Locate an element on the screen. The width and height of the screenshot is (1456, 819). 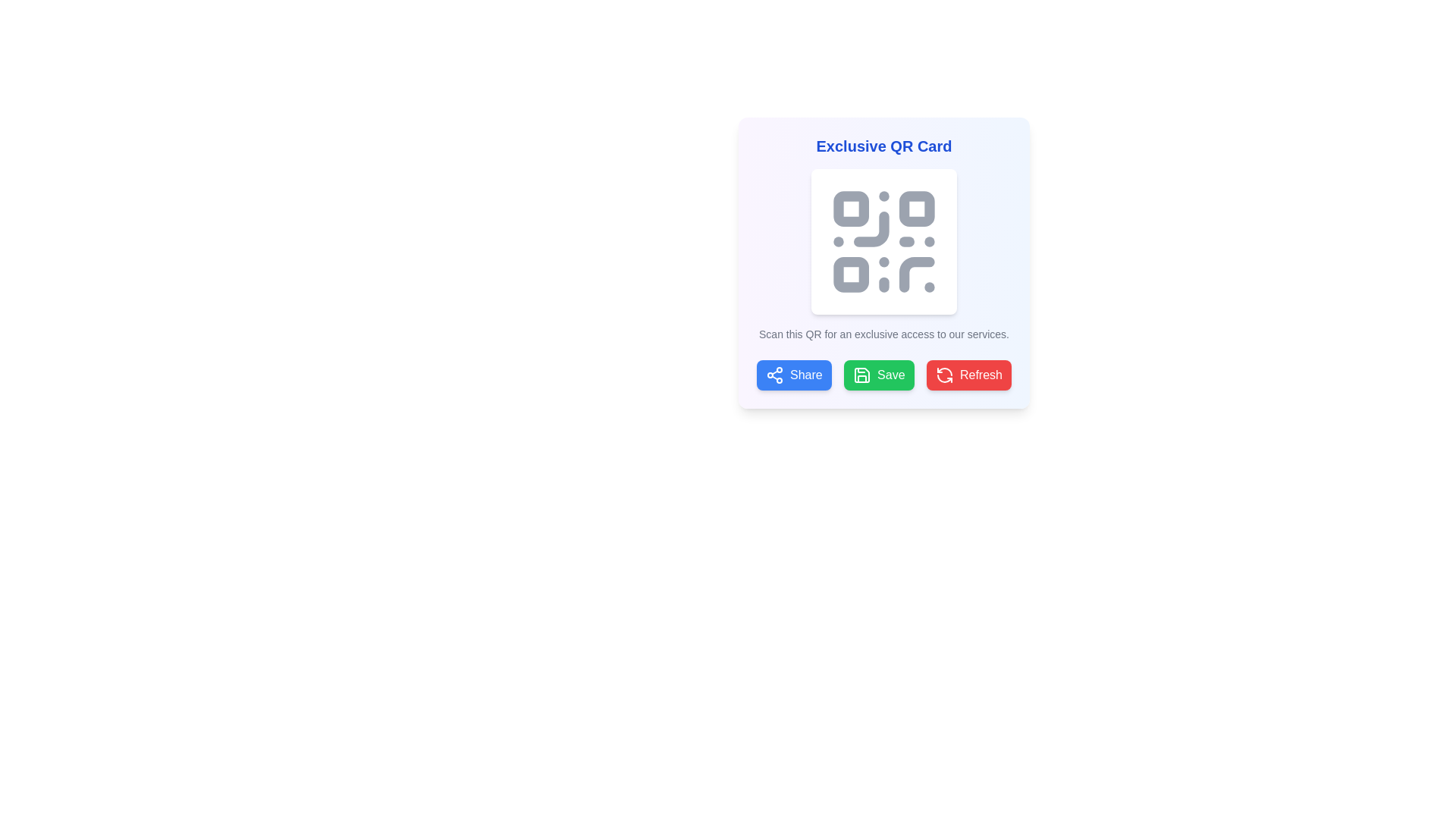
the gray arc-like Icon component located in the bottom-right quadrant of the QR code graphic is located at coordinates (916, 275).